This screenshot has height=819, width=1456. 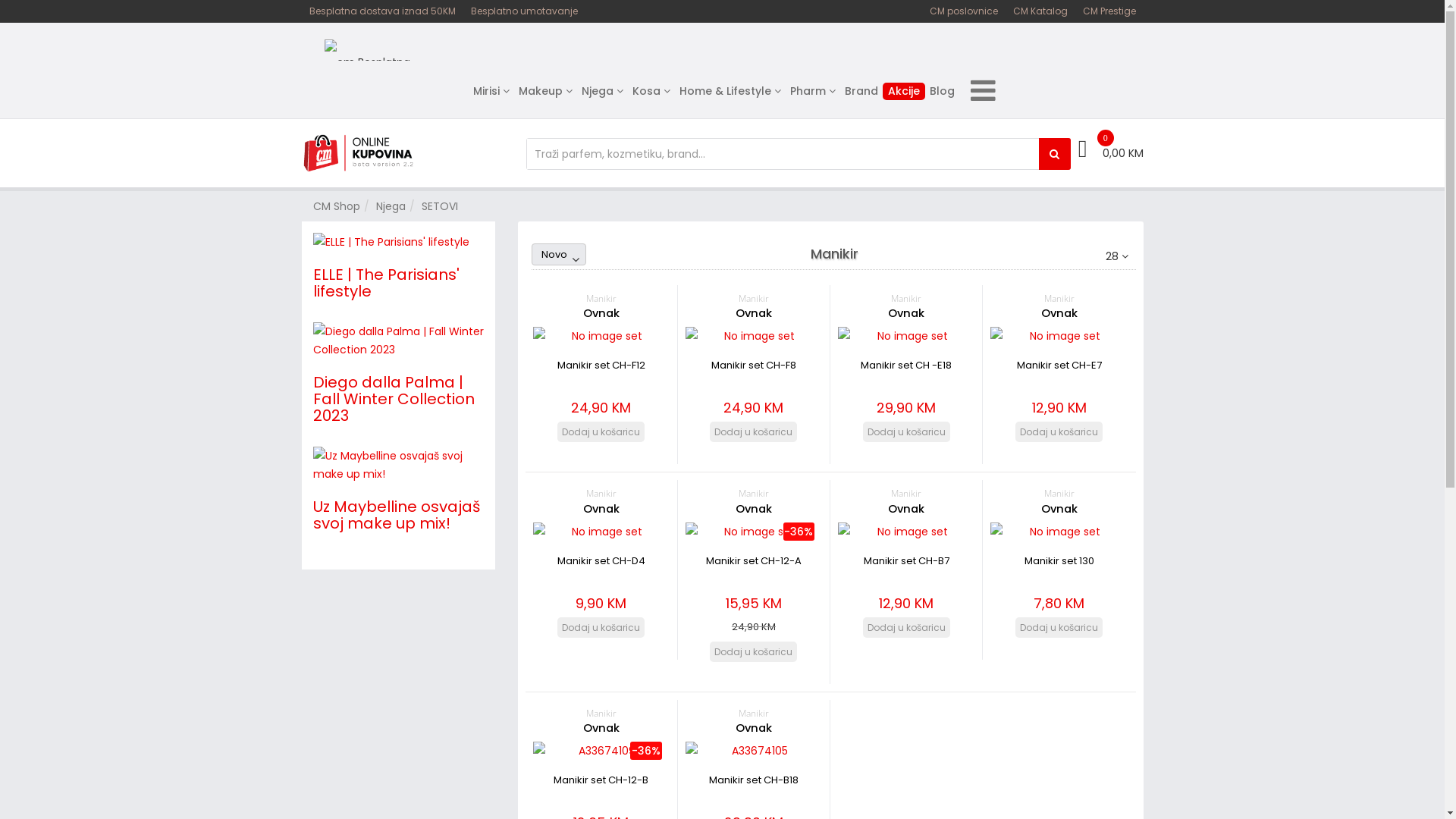 What do you see at coordinates (1016, 365) in the screenshot?
I see `'Manikir set CH-E7'` at bounding box center [1016, 365].